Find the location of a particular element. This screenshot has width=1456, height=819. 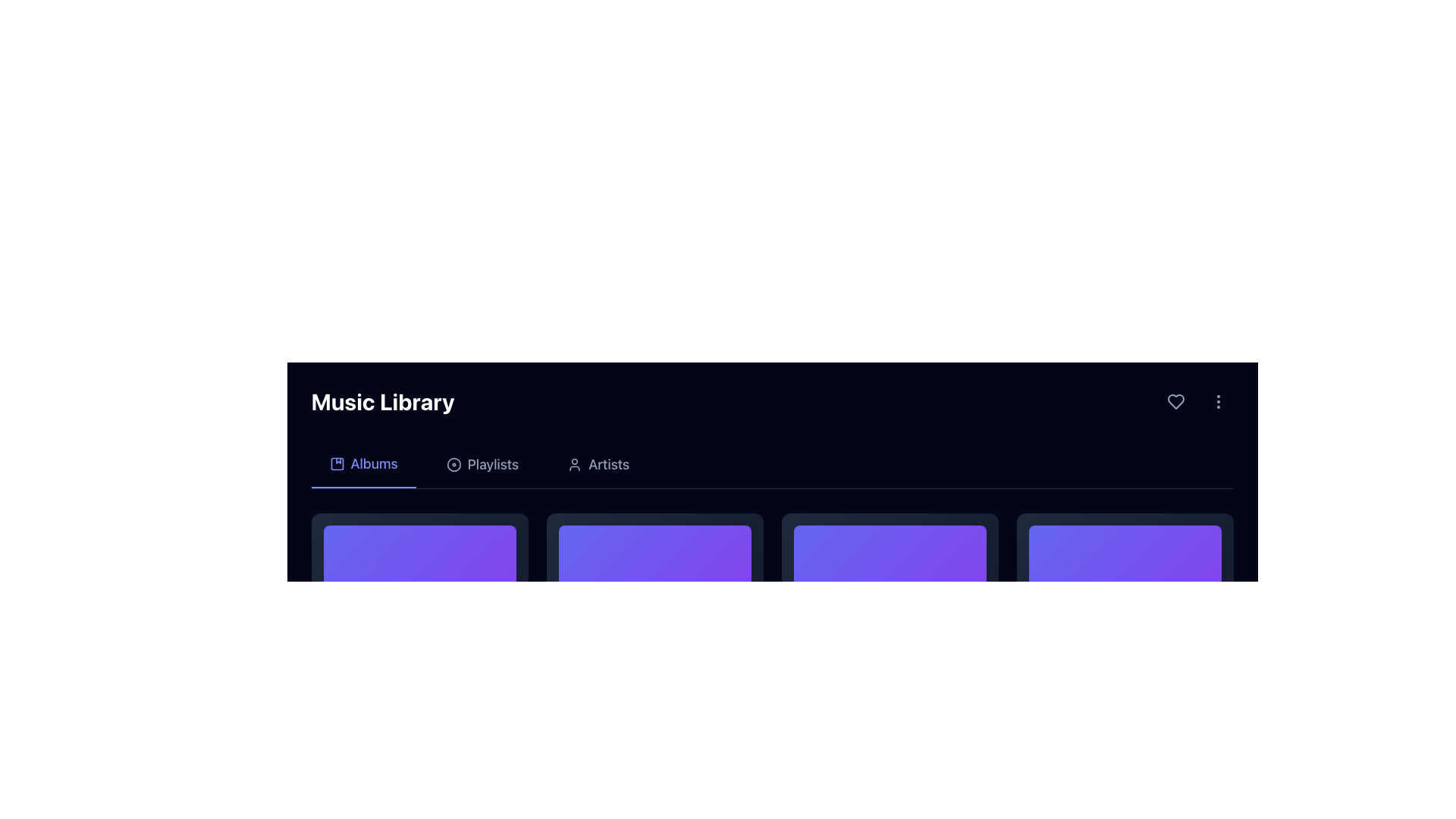

header text element indicating the current section's context titled 'Music Library', which is located towards the left side above navigational options is located at coordinates (383, 400).